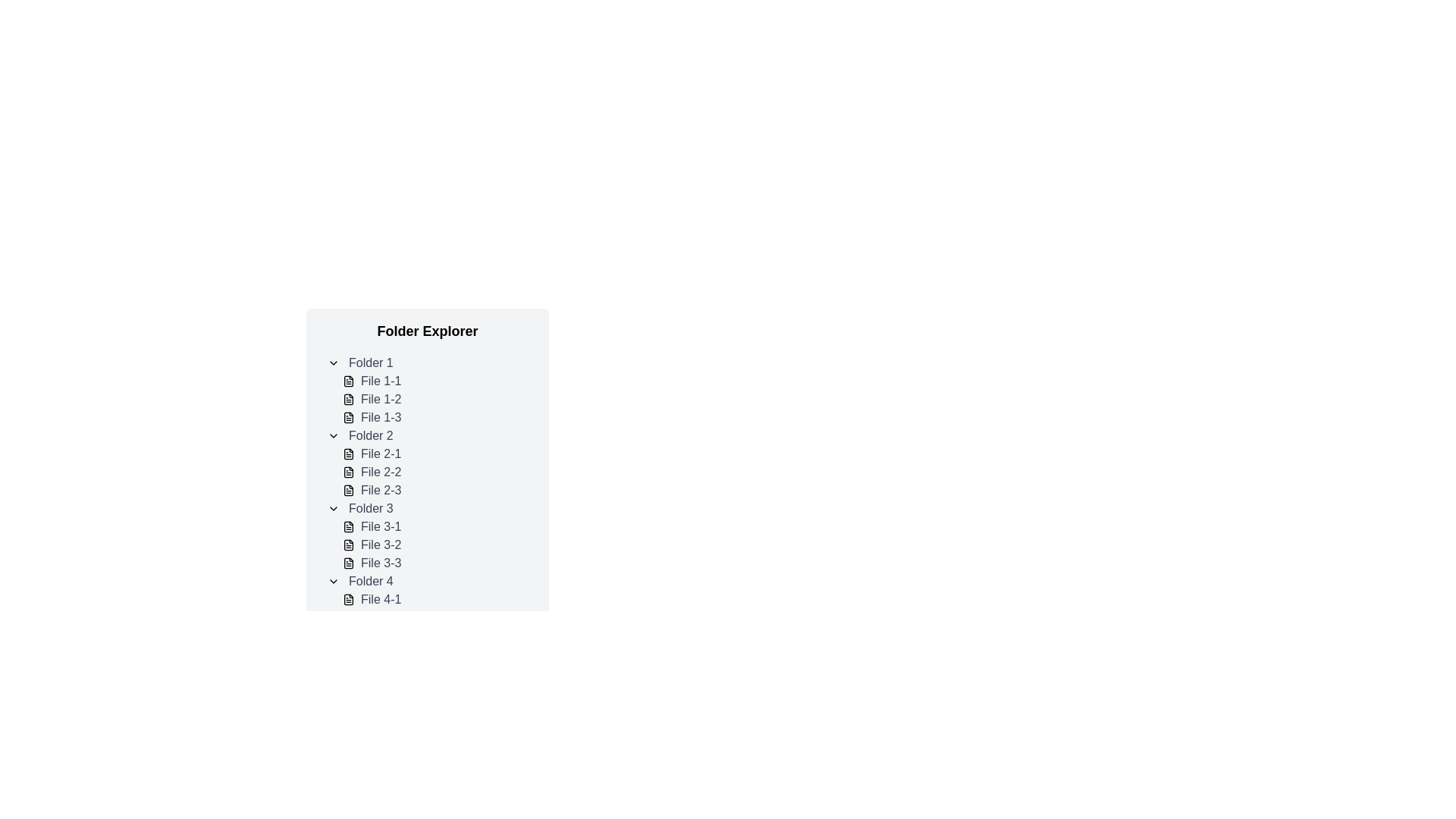 The height and width of the screenshot is (819, 1456). What do you see at coordinates (436, 472) in the screenshot?
I see `the list item representing 'File 2-2'` at bounding box center [436, 472].